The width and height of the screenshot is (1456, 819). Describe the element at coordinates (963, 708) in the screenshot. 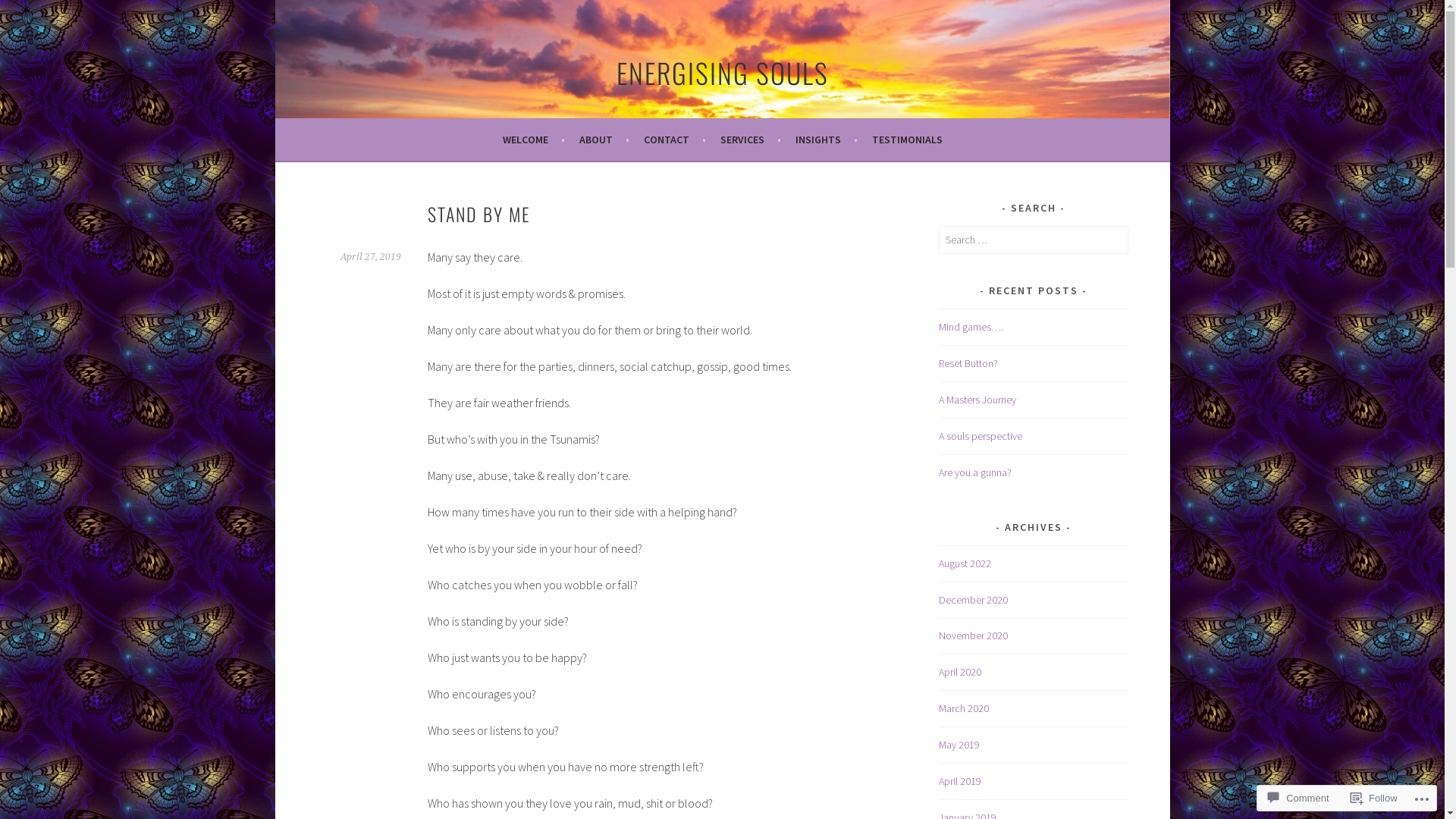

I see `'March 2020'` at that location.